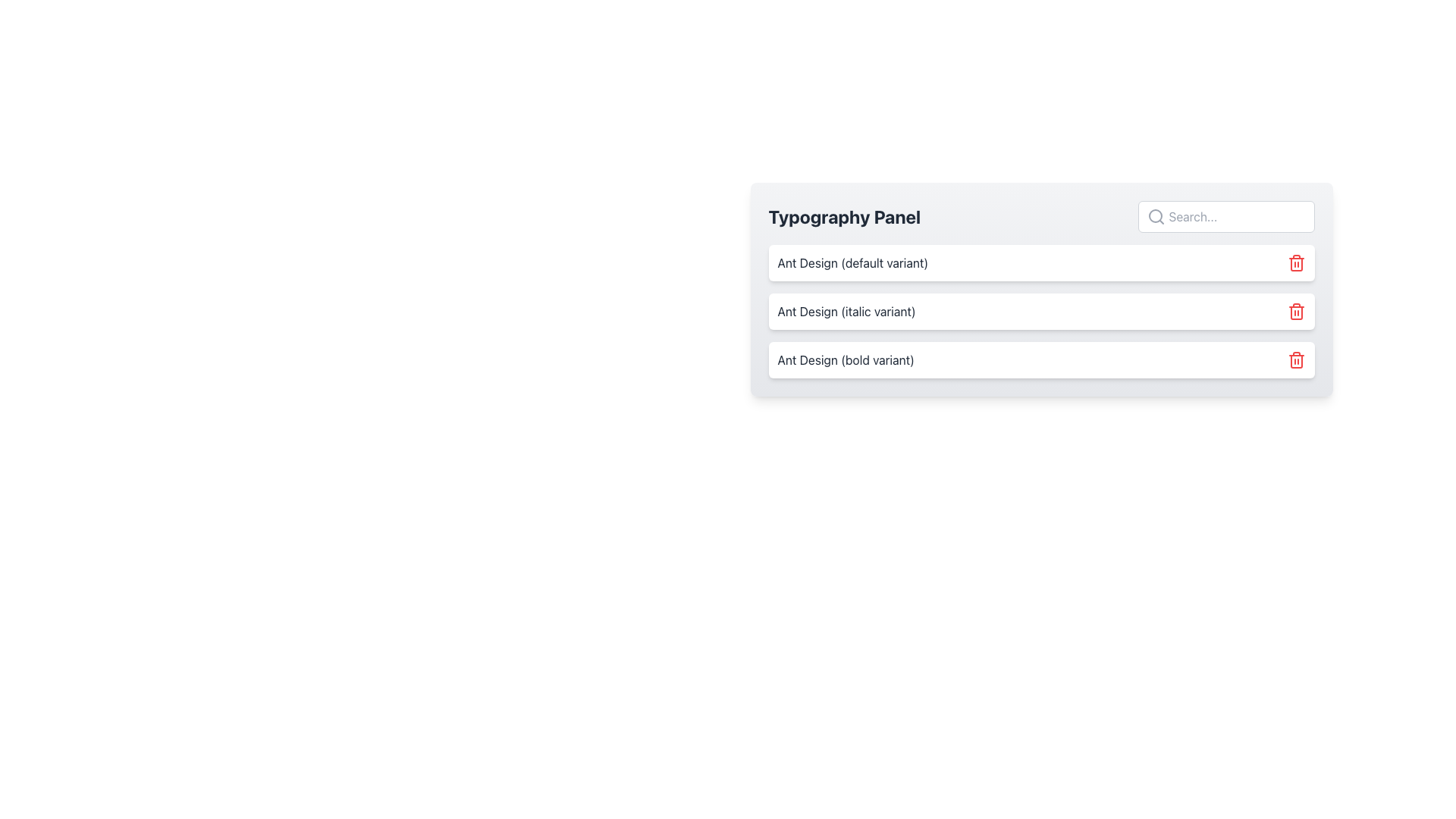 The height and width of the screenshot is (819, 1456). Describe the element at coordinates (1040, 315) in the screenshot. I see `the 'italic variant' list item in the Typography Panel` at that location.